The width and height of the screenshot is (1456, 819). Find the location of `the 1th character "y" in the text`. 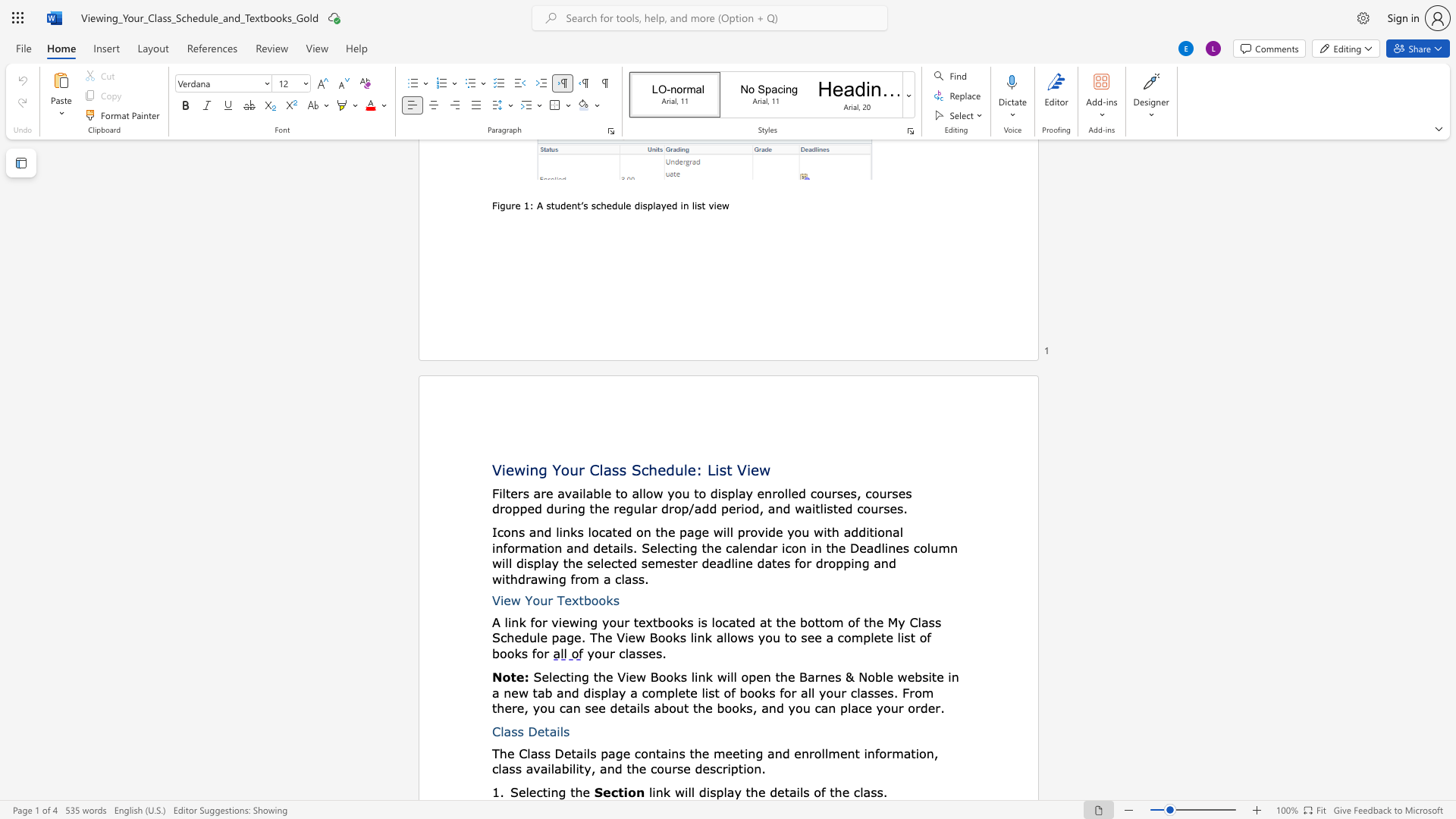

the 1th character "y" in the text is located at coordinates (586, 768).